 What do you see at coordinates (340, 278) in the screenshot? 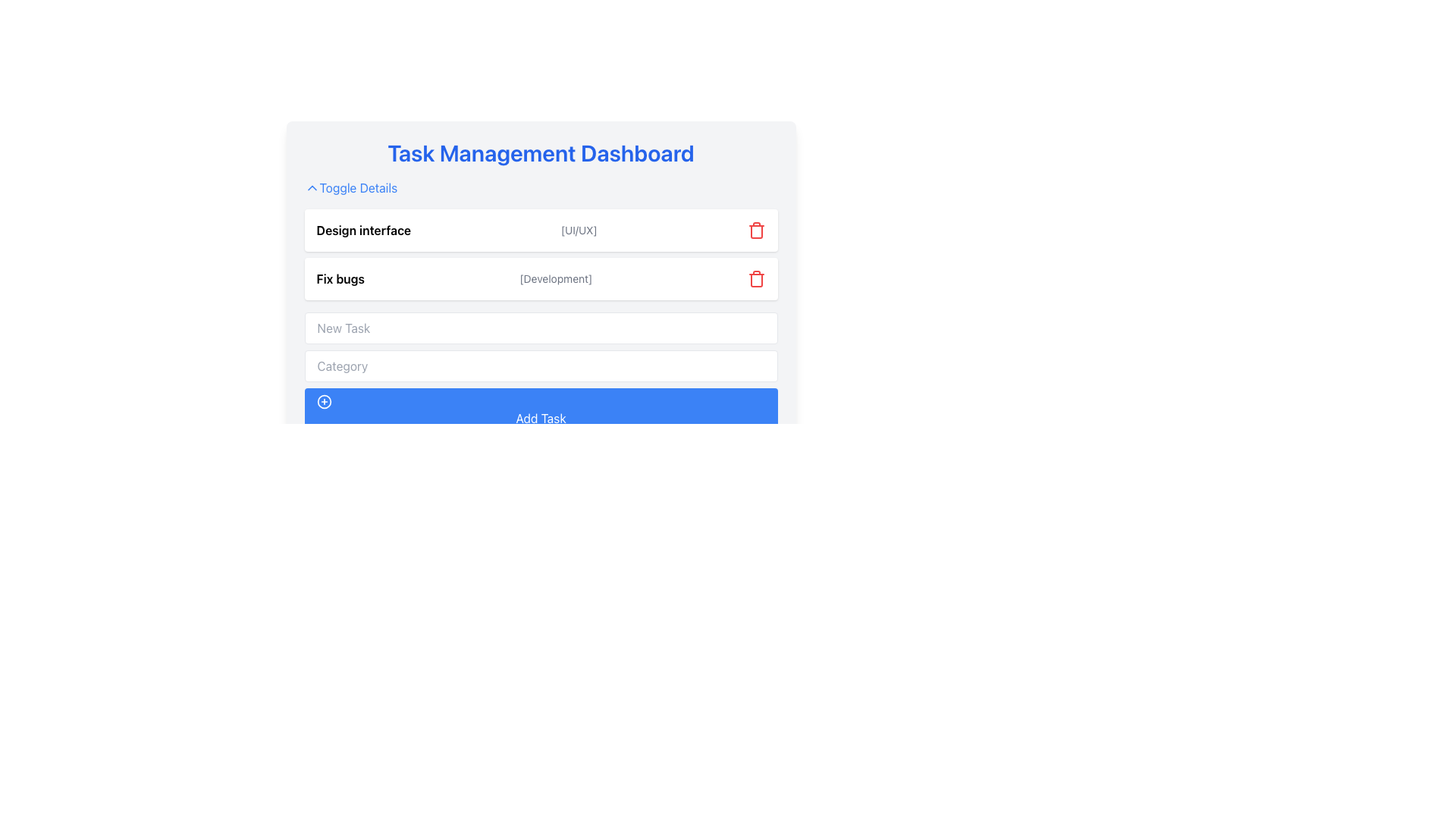
I see `the Static Text element that represents the title or summary of a task, located within the 'Fix bugs[Development]' section and aligned to the left` at bounding box center [340, 278].